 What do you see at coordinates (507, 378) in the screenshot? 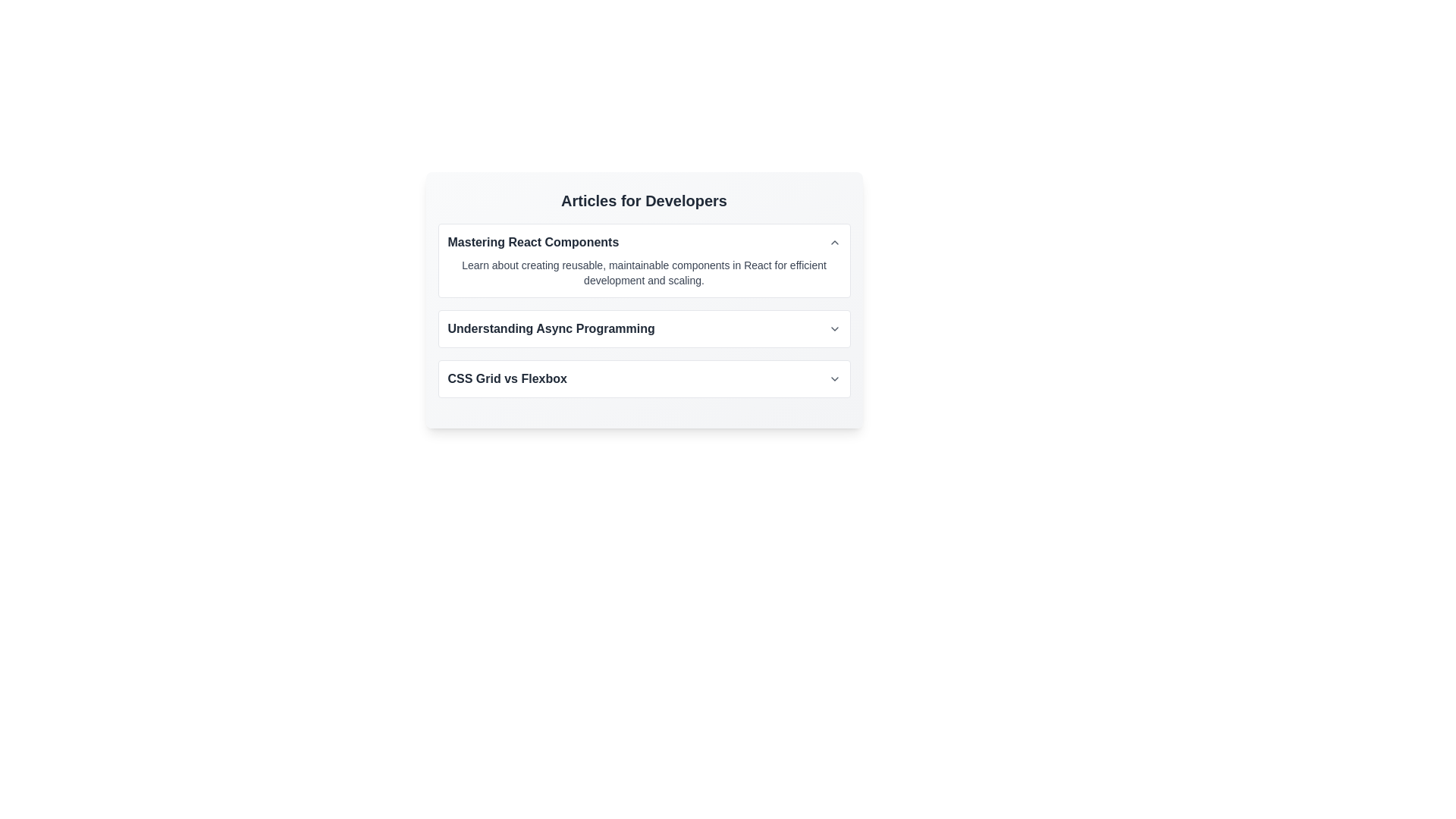
I see `the Text label displaying 'CSS Grid vs Flexbox' located in the third section of 'Articles for Developers' beneath 'Understanding Async Programming.'` at bounding box center [507, 378].